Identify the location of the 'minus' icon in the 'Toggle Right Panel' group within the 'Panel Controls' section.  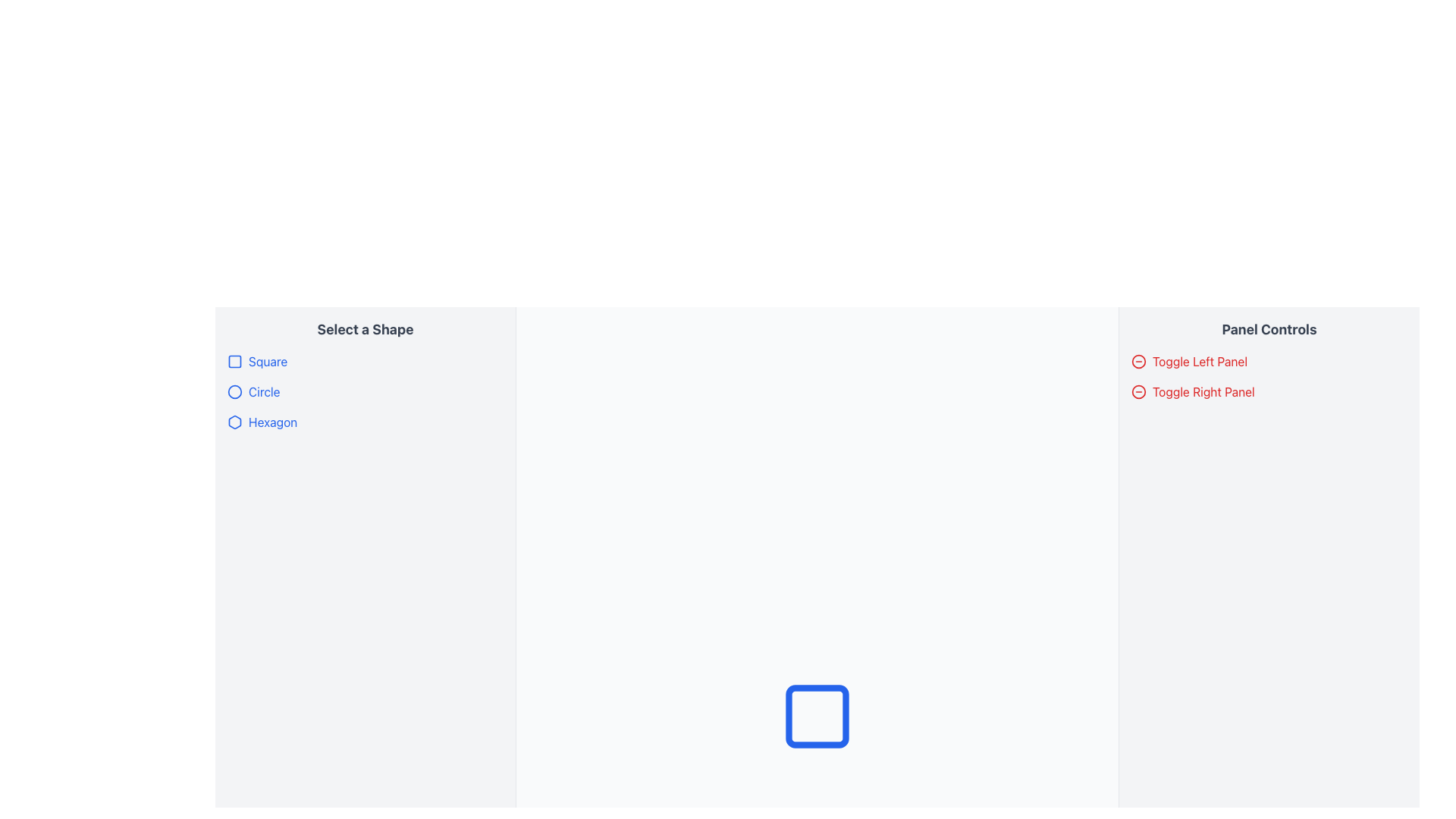
(1139, 391).